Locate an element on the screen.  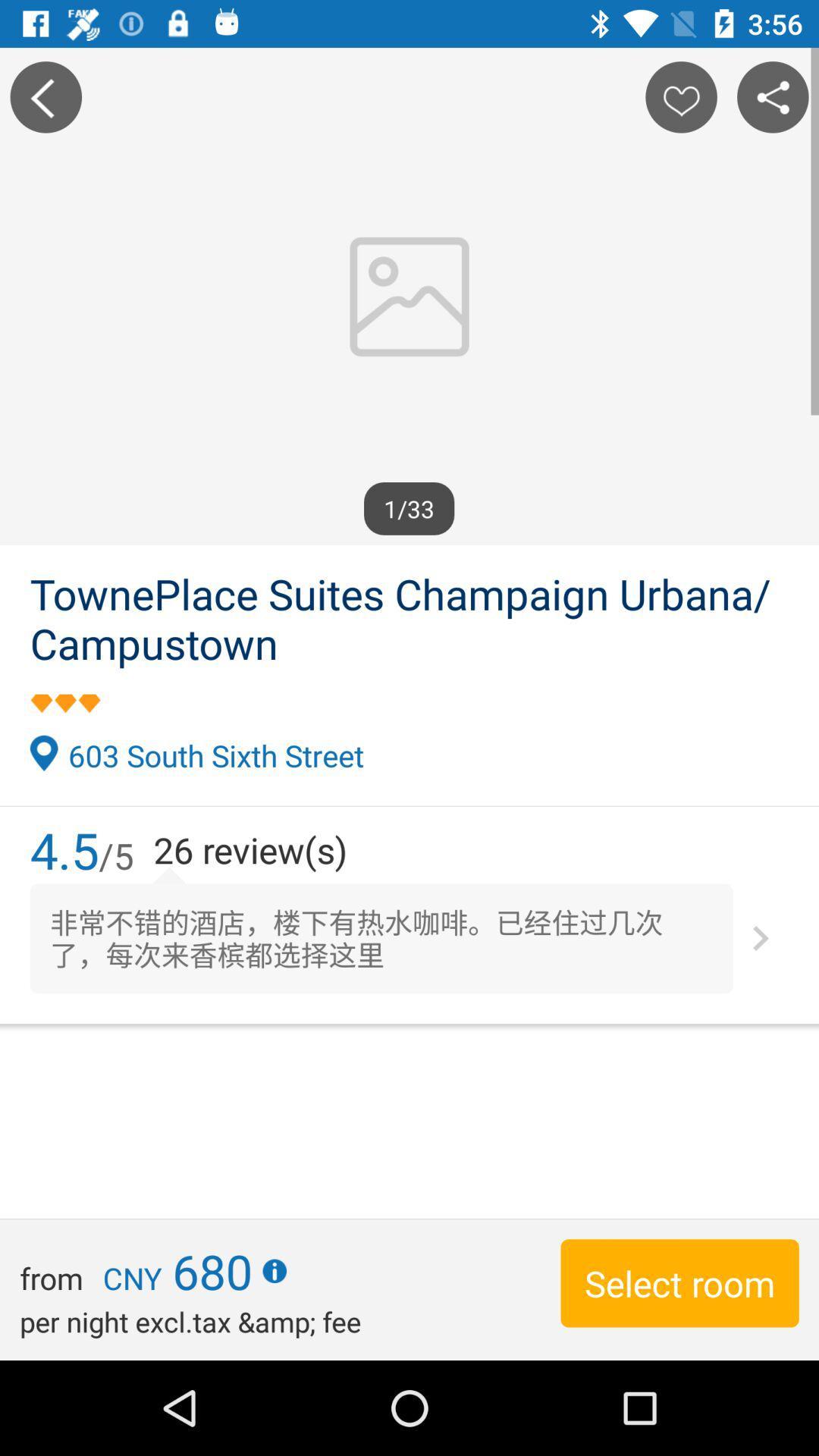
the item to the right of the per night excl is located at coordinates (679, 1282).